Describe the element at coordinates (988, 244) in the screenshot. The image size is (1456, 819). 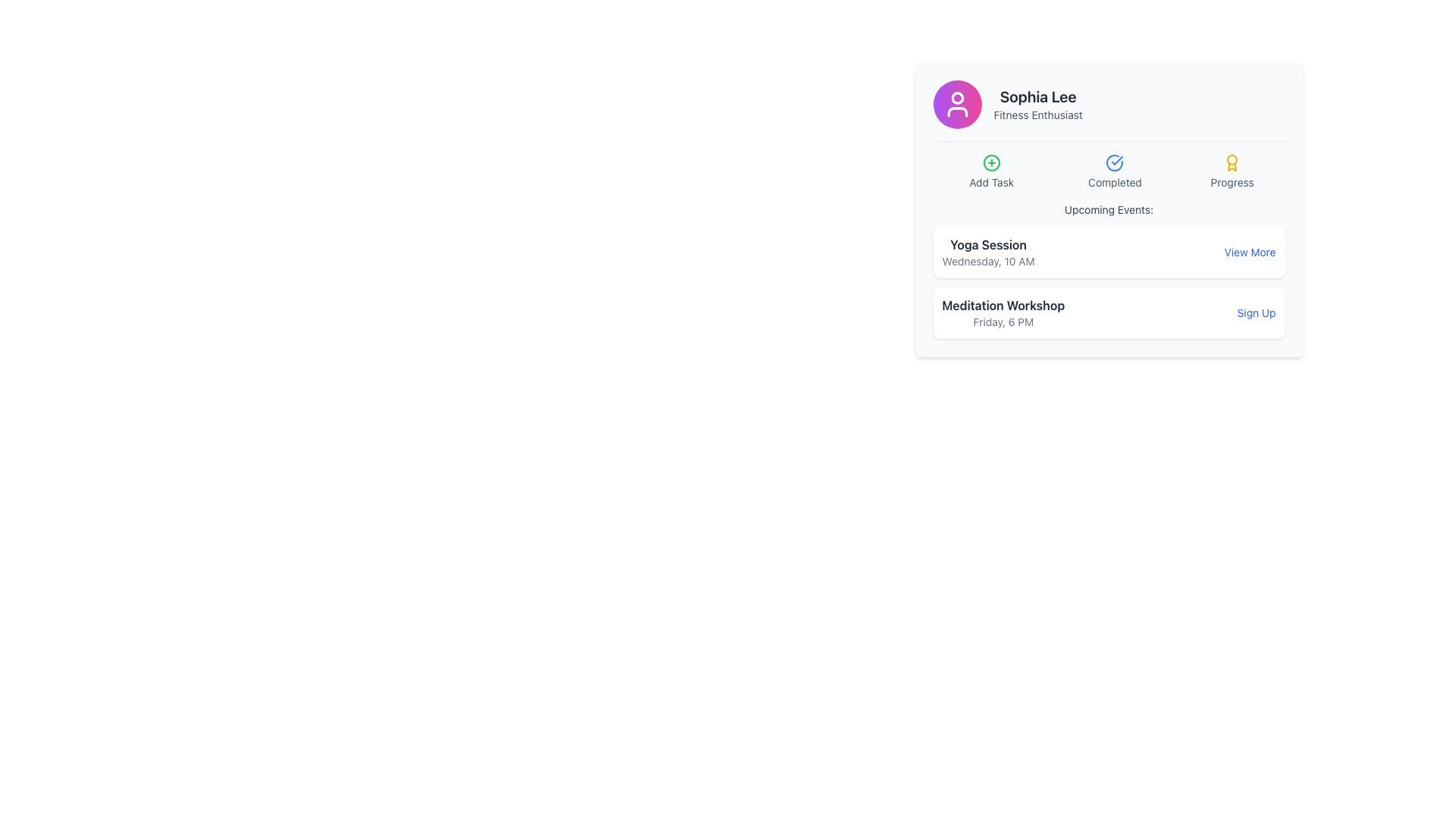
I see `the static text element displaying 'Yoga Session' in a bold gray-black font, located within the 'Upcoming Events' card` at that location.